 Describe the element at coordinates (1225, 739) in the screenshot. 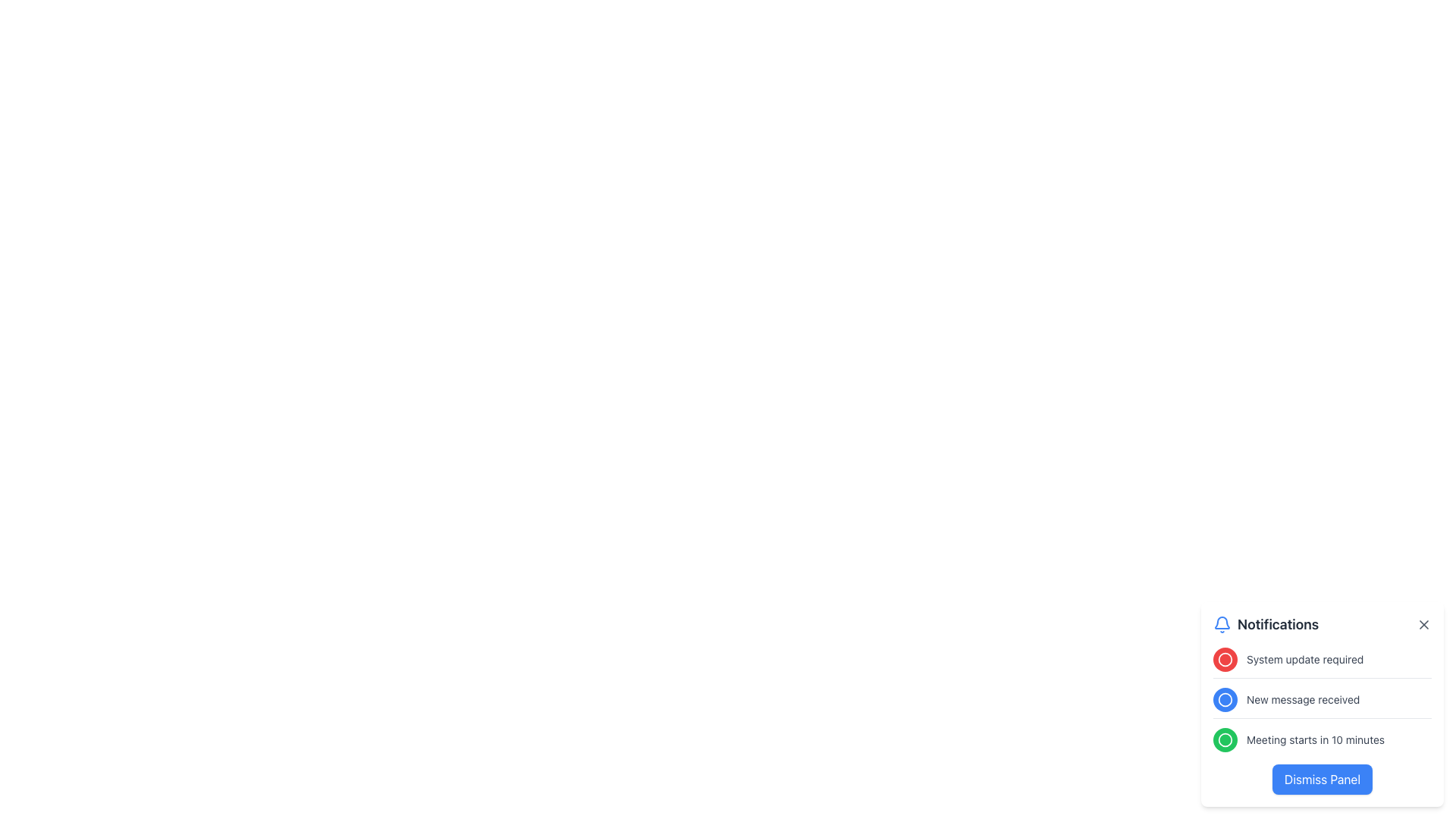

I see `the status icon, which is a circular icon with a white border over a green background, located` at that location.